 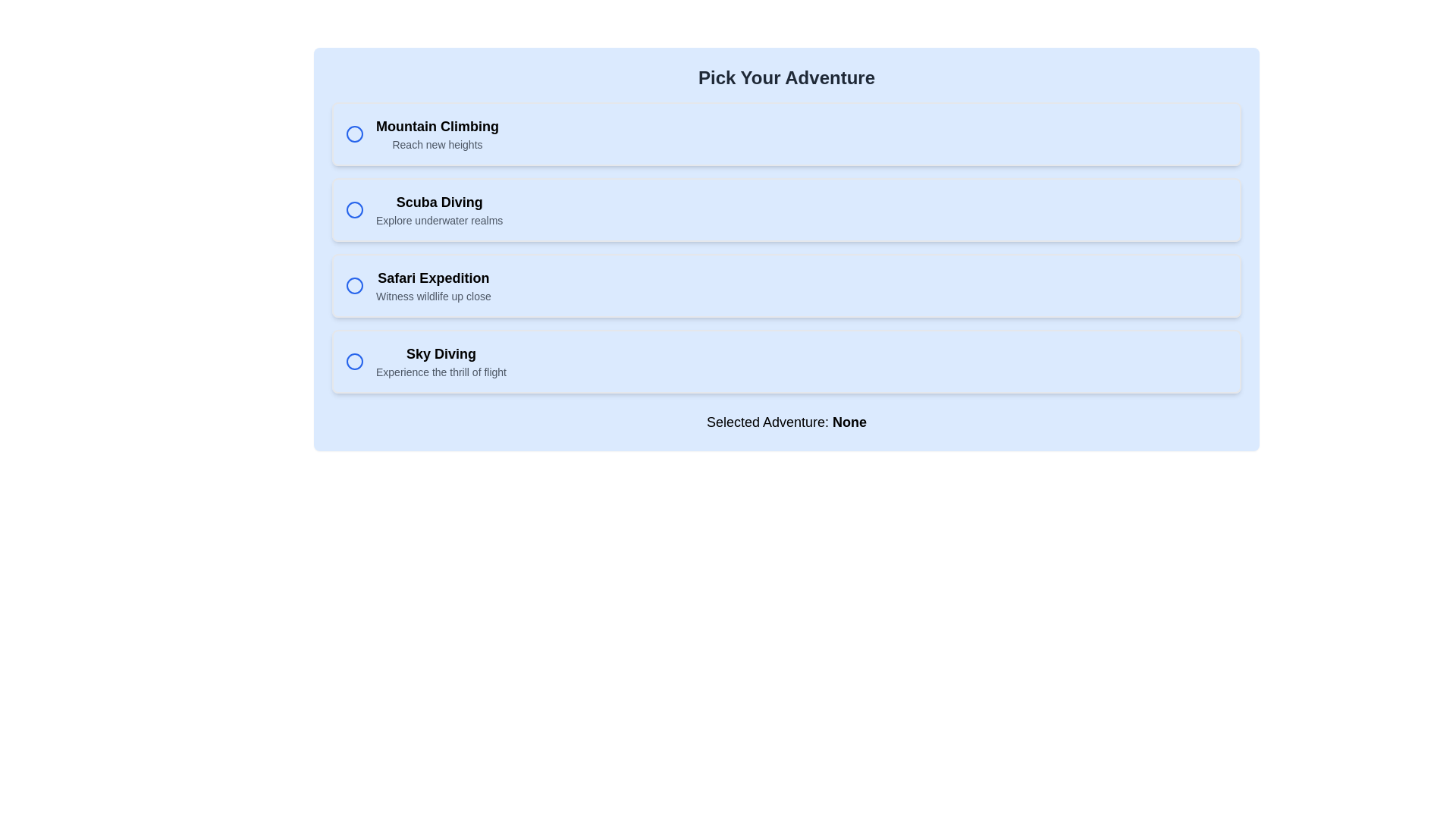 What do you see at coordinates (353, 133) in the screenshot?
I see `the first circular icon that serves as a selection marker for the 'Mountain Climbing' option` at bounding box center [353, 133].